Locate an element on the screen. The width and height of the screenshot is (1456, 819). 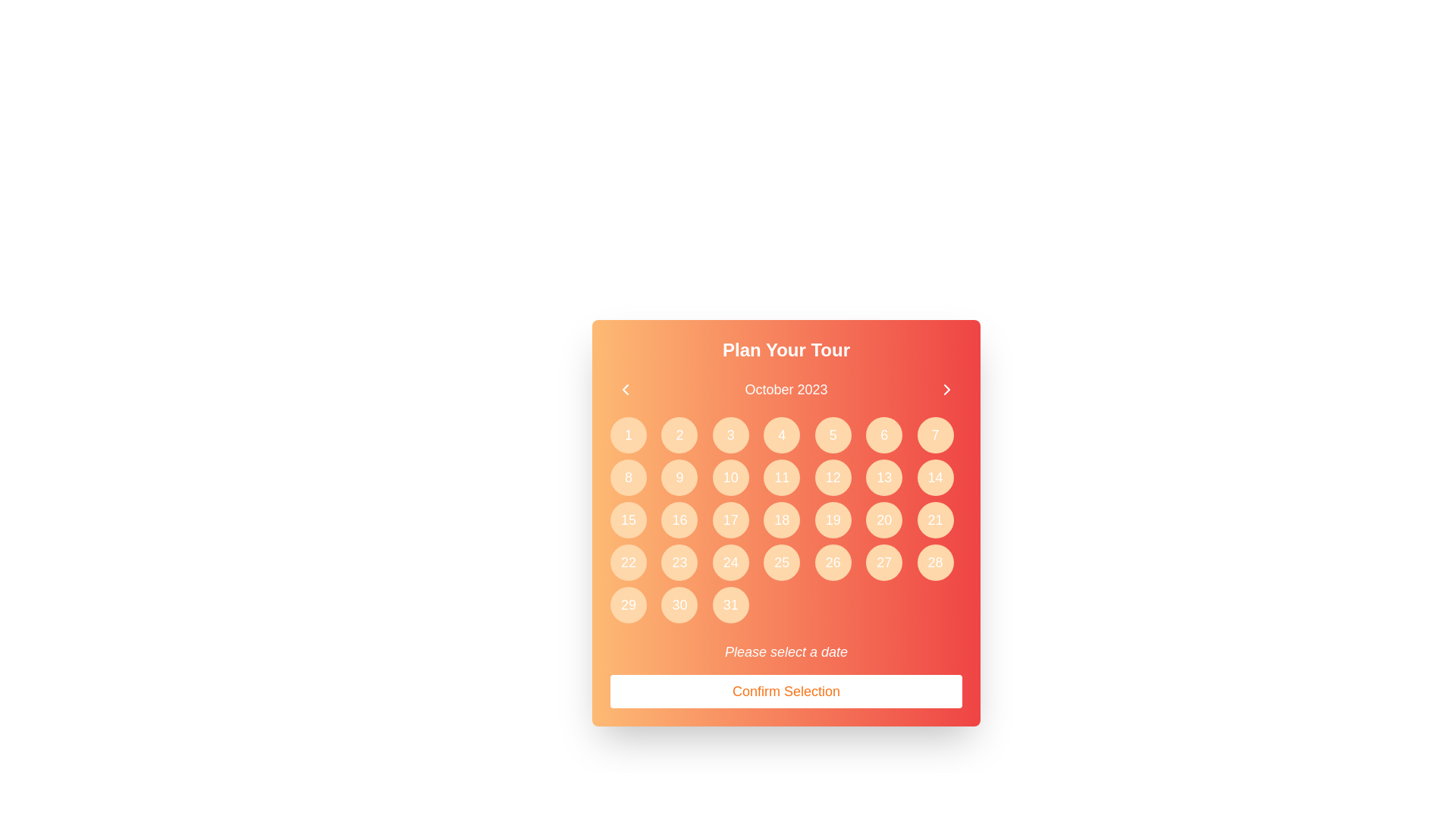
the button representing the date '21' in the calendar is located at coordinates (934, 519).